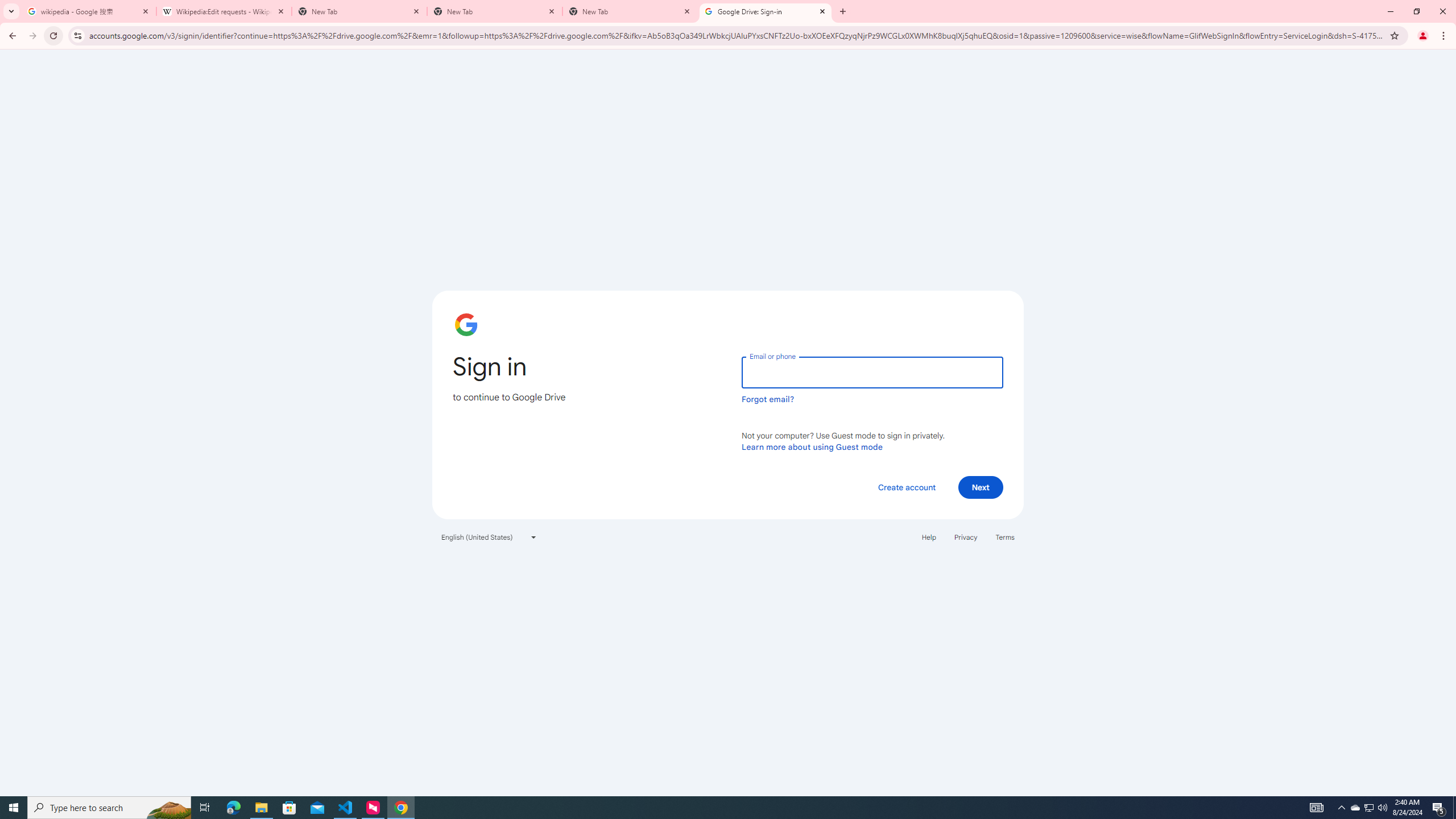 This screenshot has height=819, width=1456. Describe the element at coordinates (1389, 11) in the screenshot. I see `'Minimize'` at that location.